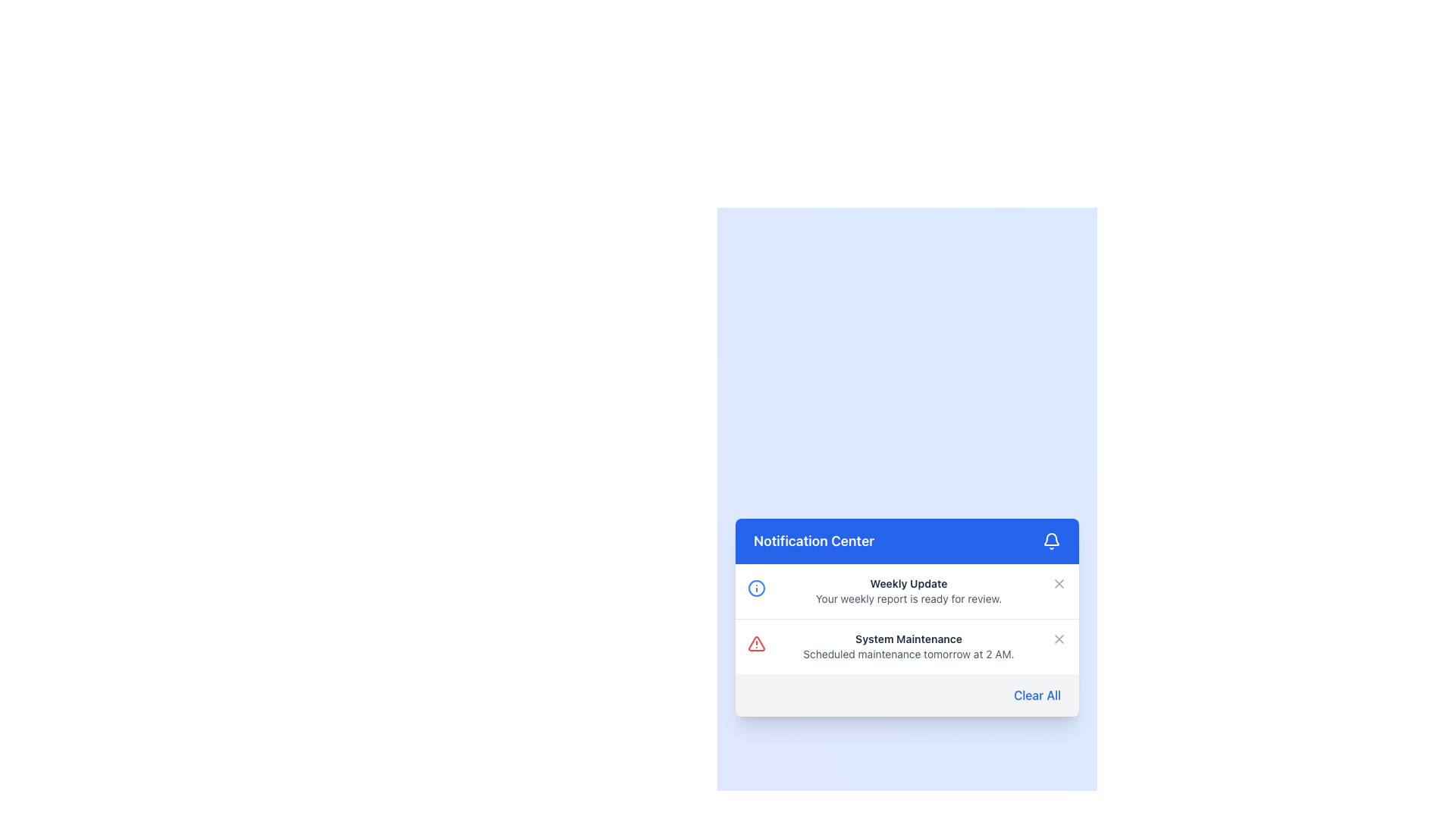 The height and width of the screenshot is (819, 1456). Describe the element at coordinates (1051, 540) in the screenshot. I see `the notification bell icon located at the rightmost side of the blue notification header bar` at that location.